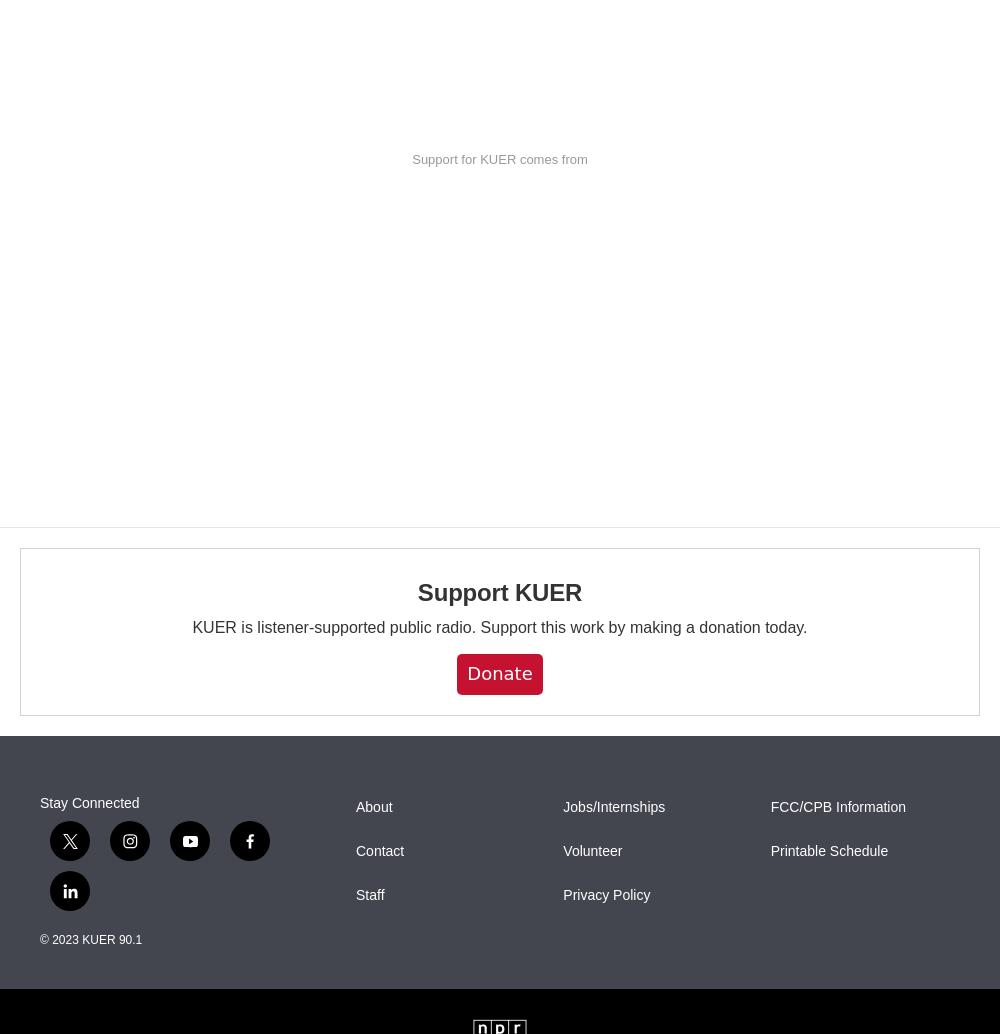 Image resolution: width=1000 pixels, height=1034 pixels. Describe the element at coordinates (498, 592) in the screenshot. I see `'Support KUER'` at that location.